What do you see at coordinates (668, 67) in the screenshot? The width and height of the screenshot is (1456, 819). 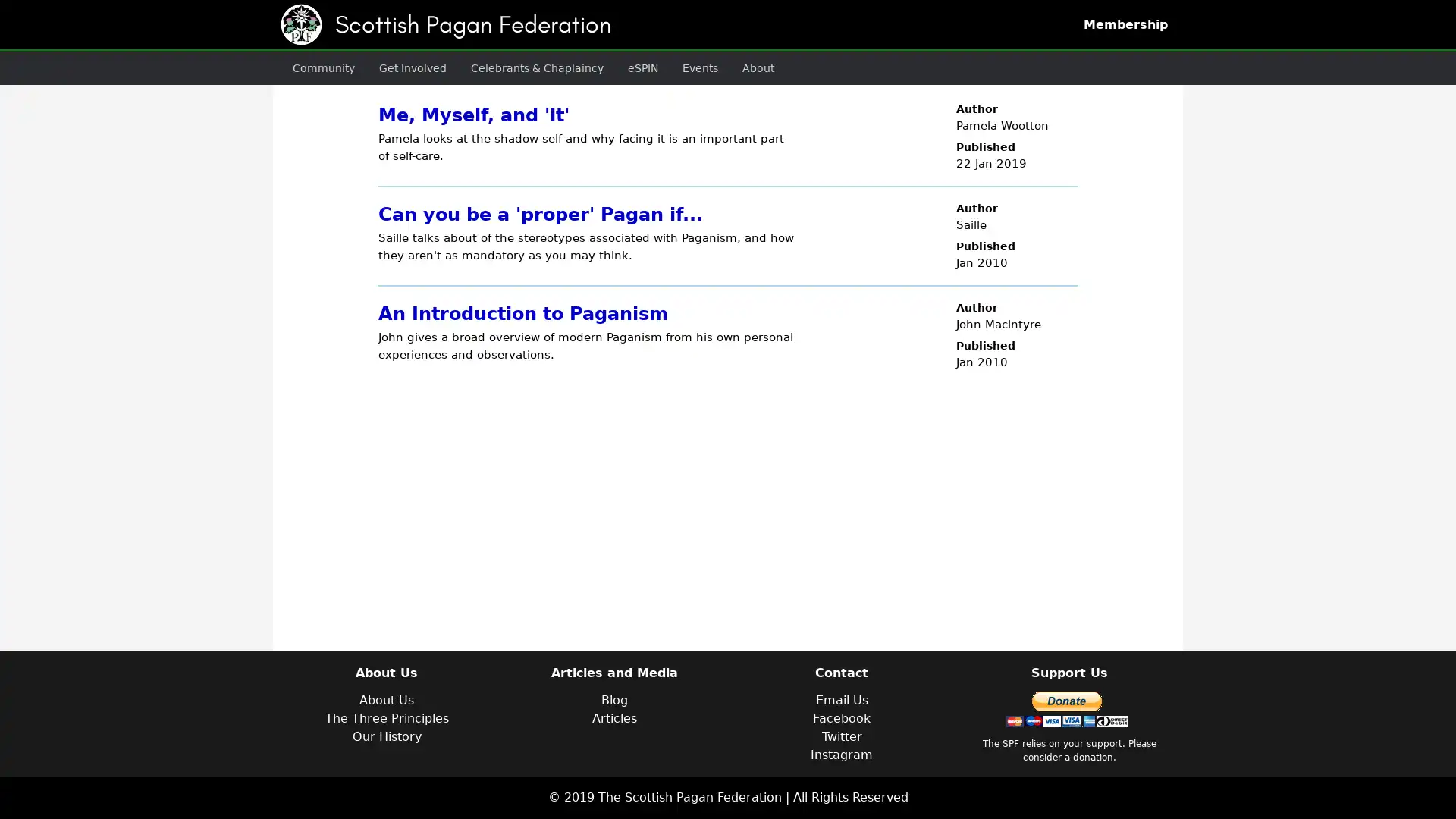 I see `Events` at bounding box center [668, 67].